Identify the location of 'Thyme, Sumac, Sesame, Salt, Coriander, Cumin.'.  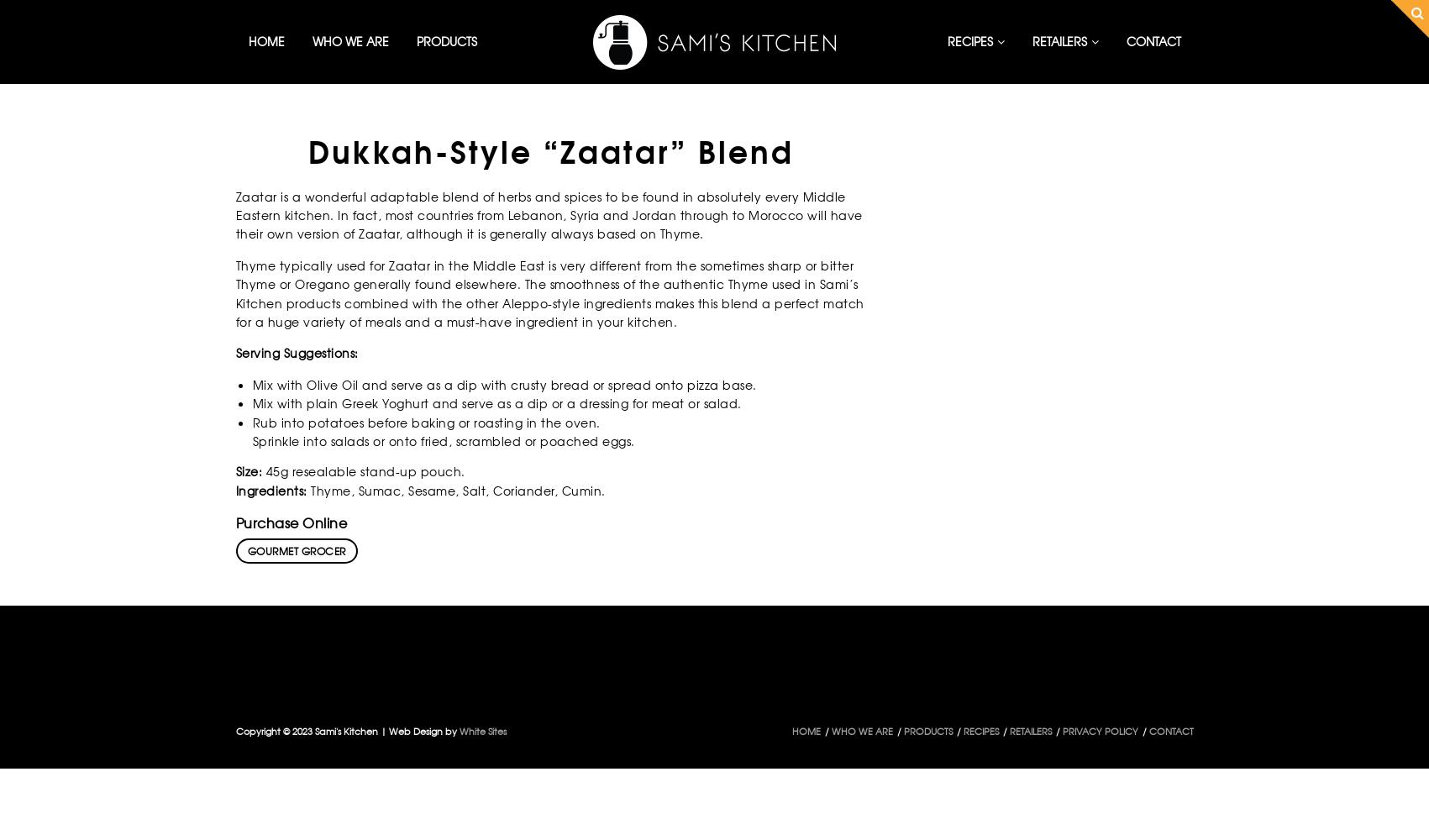
(455, 489).